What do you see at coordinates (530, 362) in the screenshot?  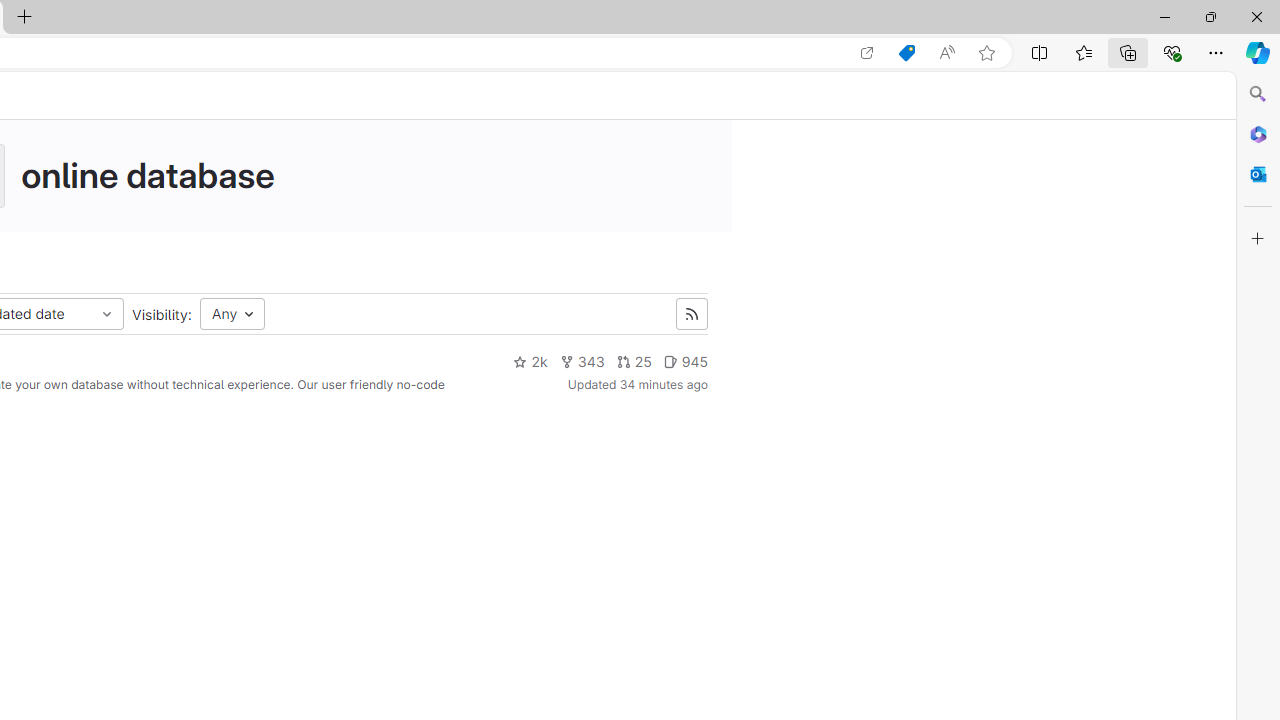 I see `'2k'` at bounding box center [530, 362].